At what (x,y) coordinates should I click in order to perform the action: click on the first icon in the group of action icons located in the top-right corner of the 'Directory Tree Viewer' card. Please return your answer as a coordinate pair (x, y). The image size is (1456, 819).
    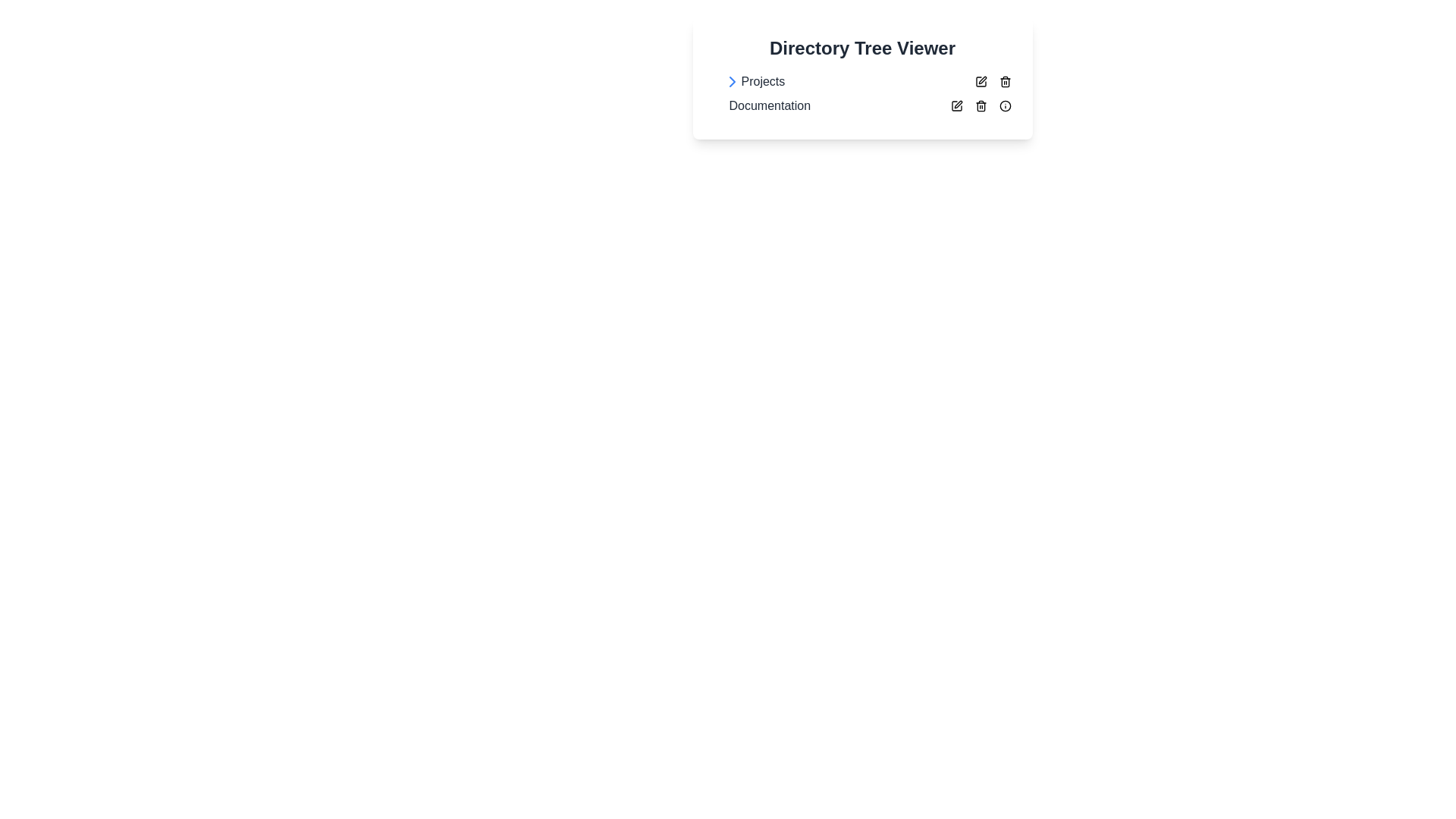
    Looking at the image, I should click on (981, 82).